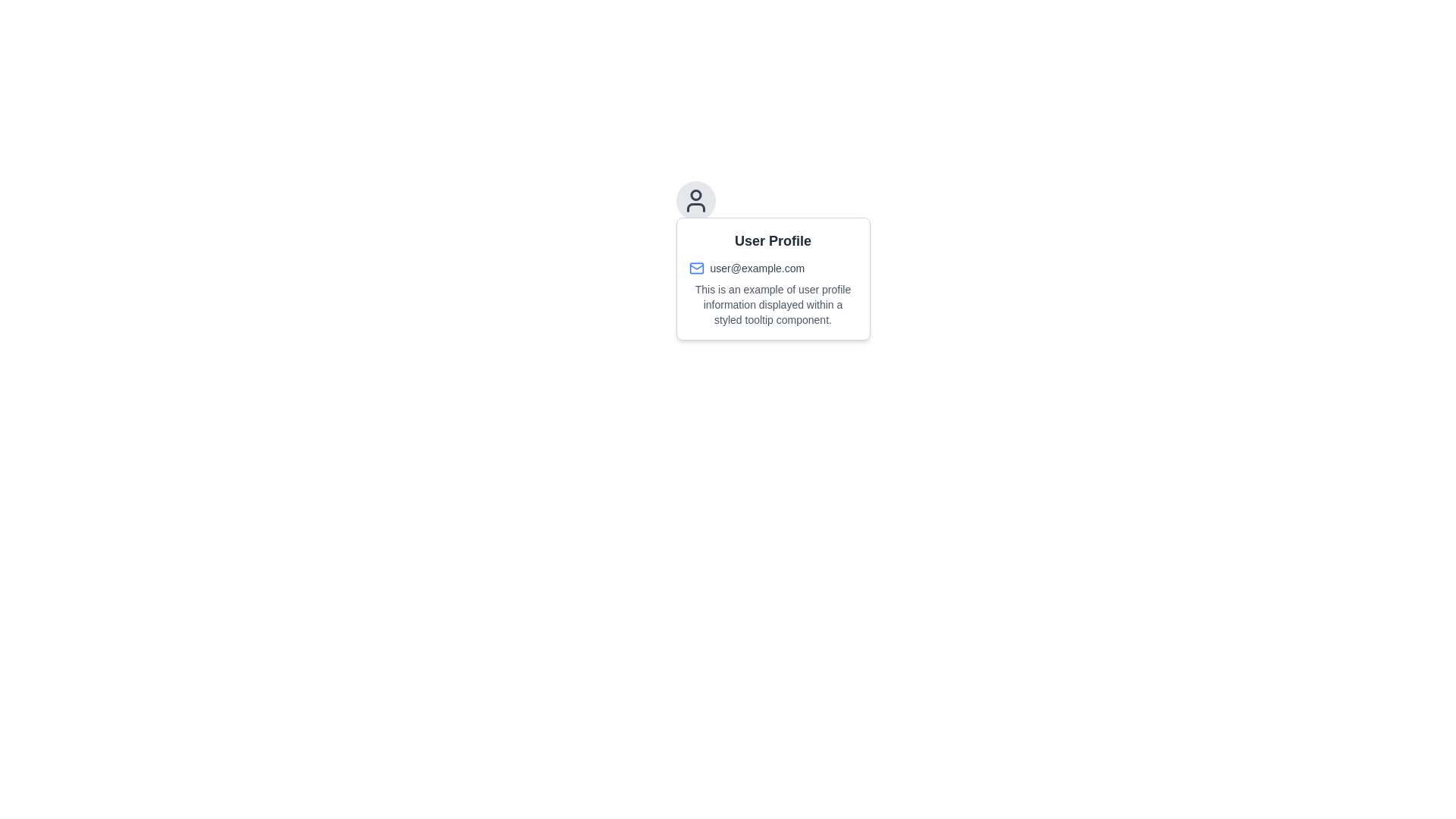 The image size is (1456, 819). Describe the element at coordinates (695, 194) in the screenshot. I see `the top circular shape inside the user profile icon, which is positioned above a tooltip box containing user information` at that location.